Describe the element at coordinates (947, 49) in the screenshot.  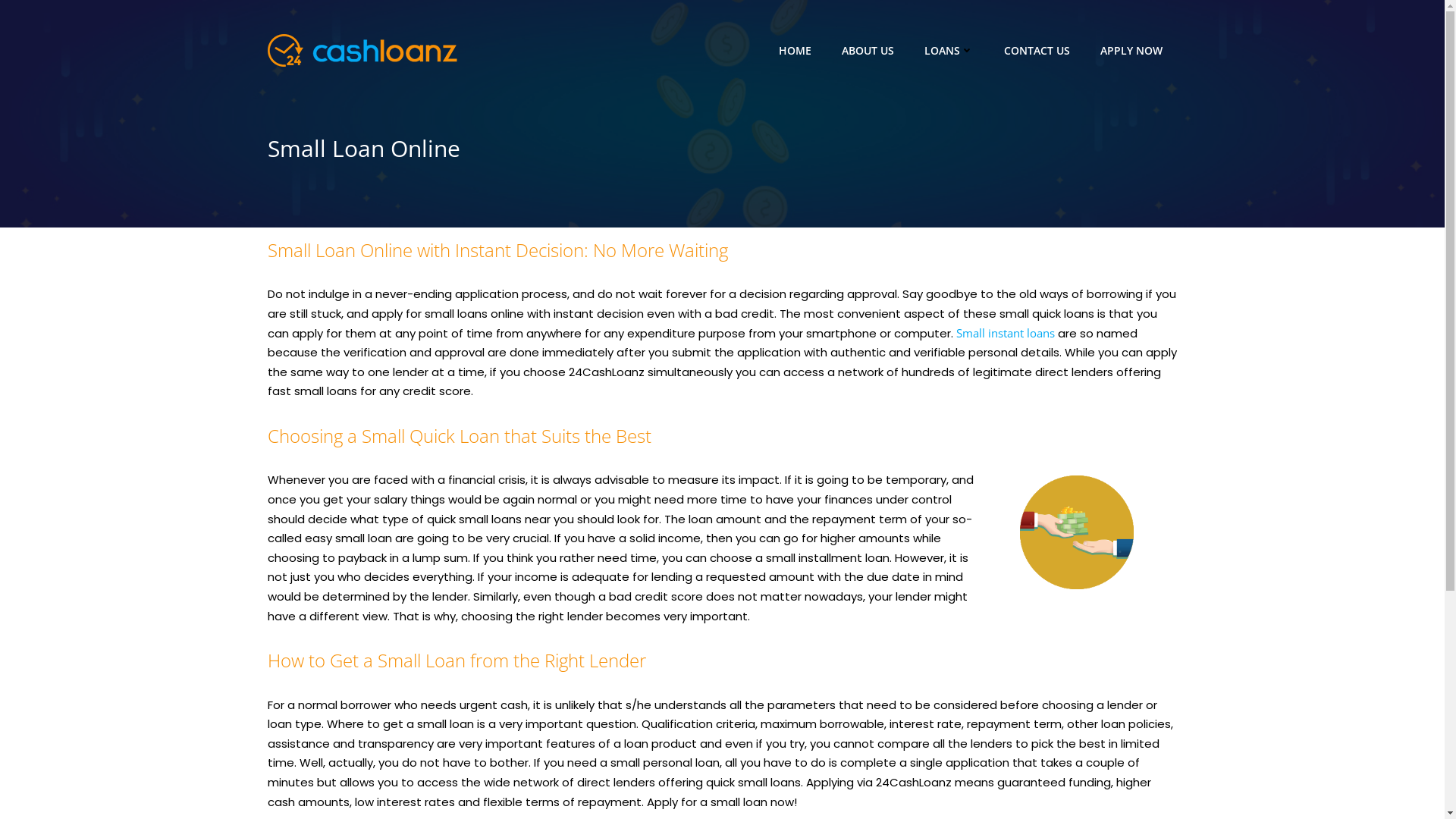
I see `'LOANS'` at that location.